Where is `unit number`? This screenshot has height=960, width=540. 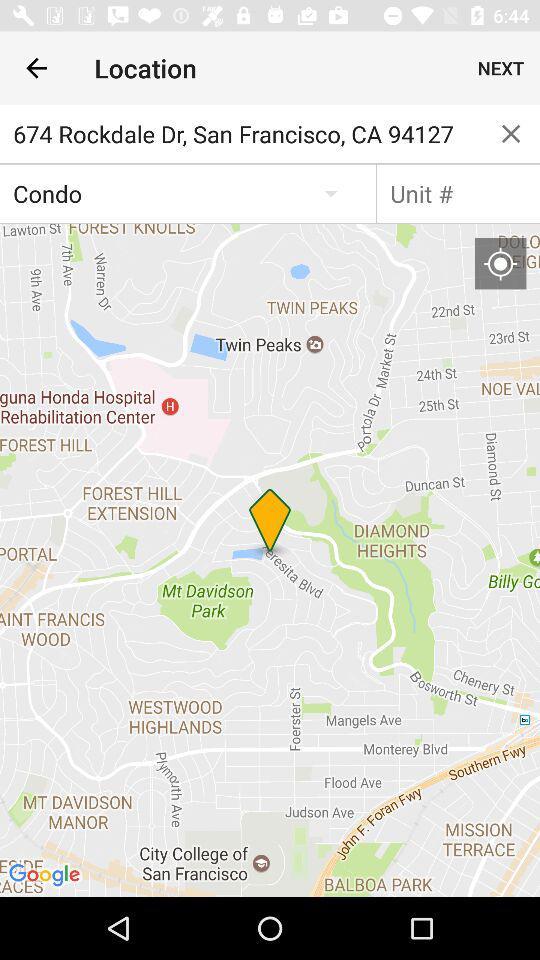 unit number is located at coordinates (458, 193).